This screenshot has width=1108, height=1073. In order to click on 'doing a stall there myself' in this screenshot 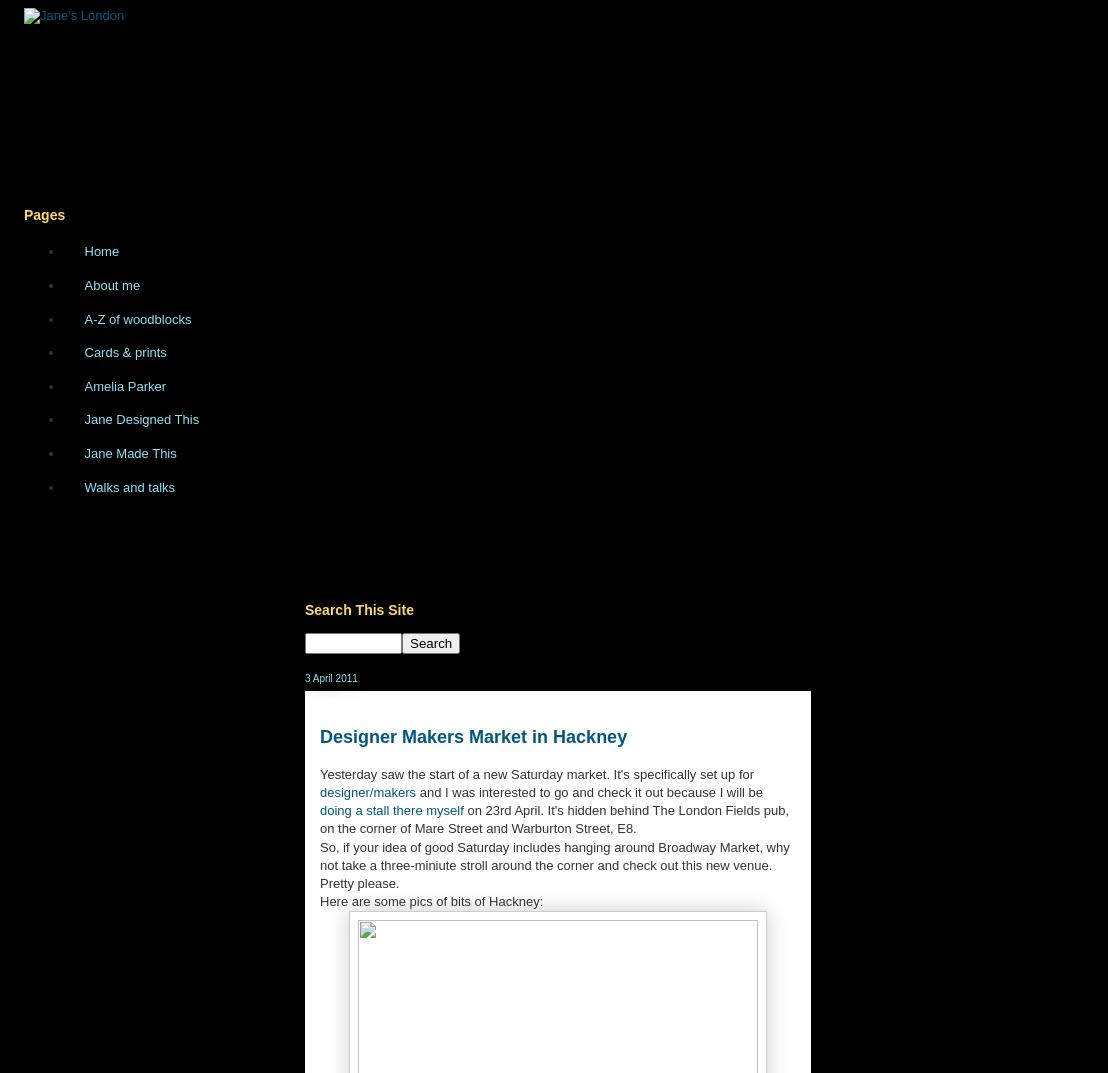, I will do `click(391, 810)`.